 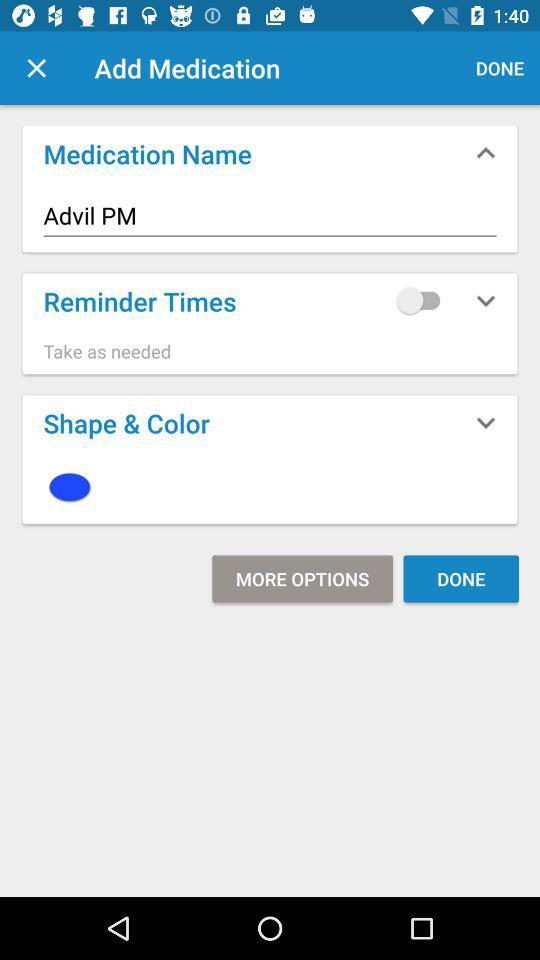 I want to click on reminder option, so click(x=422, y=299).